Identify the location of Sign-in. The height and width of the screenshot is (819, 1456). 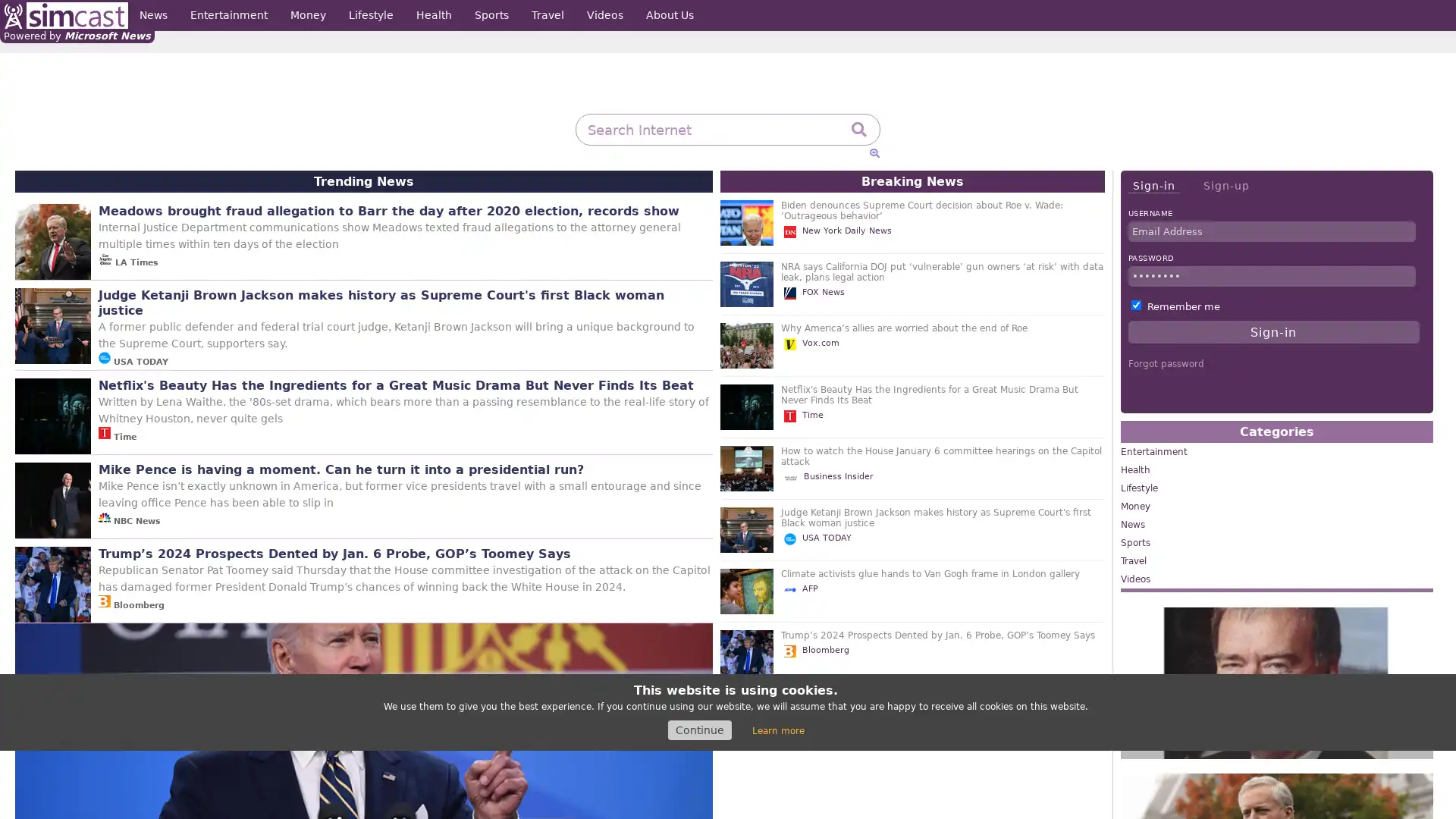
(1273, 331).